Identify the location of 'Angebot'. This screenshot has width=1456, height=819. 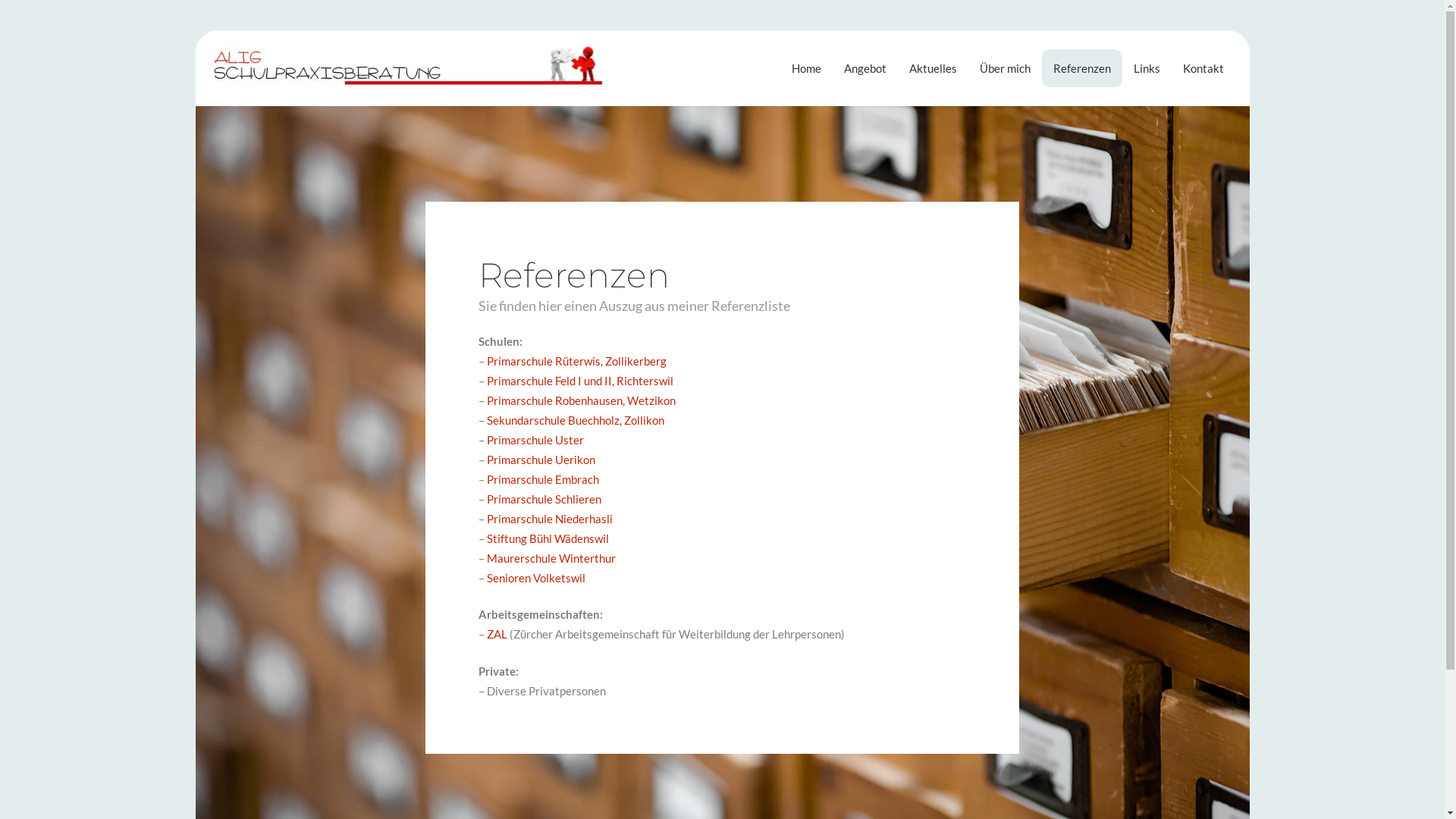
(865, 67).